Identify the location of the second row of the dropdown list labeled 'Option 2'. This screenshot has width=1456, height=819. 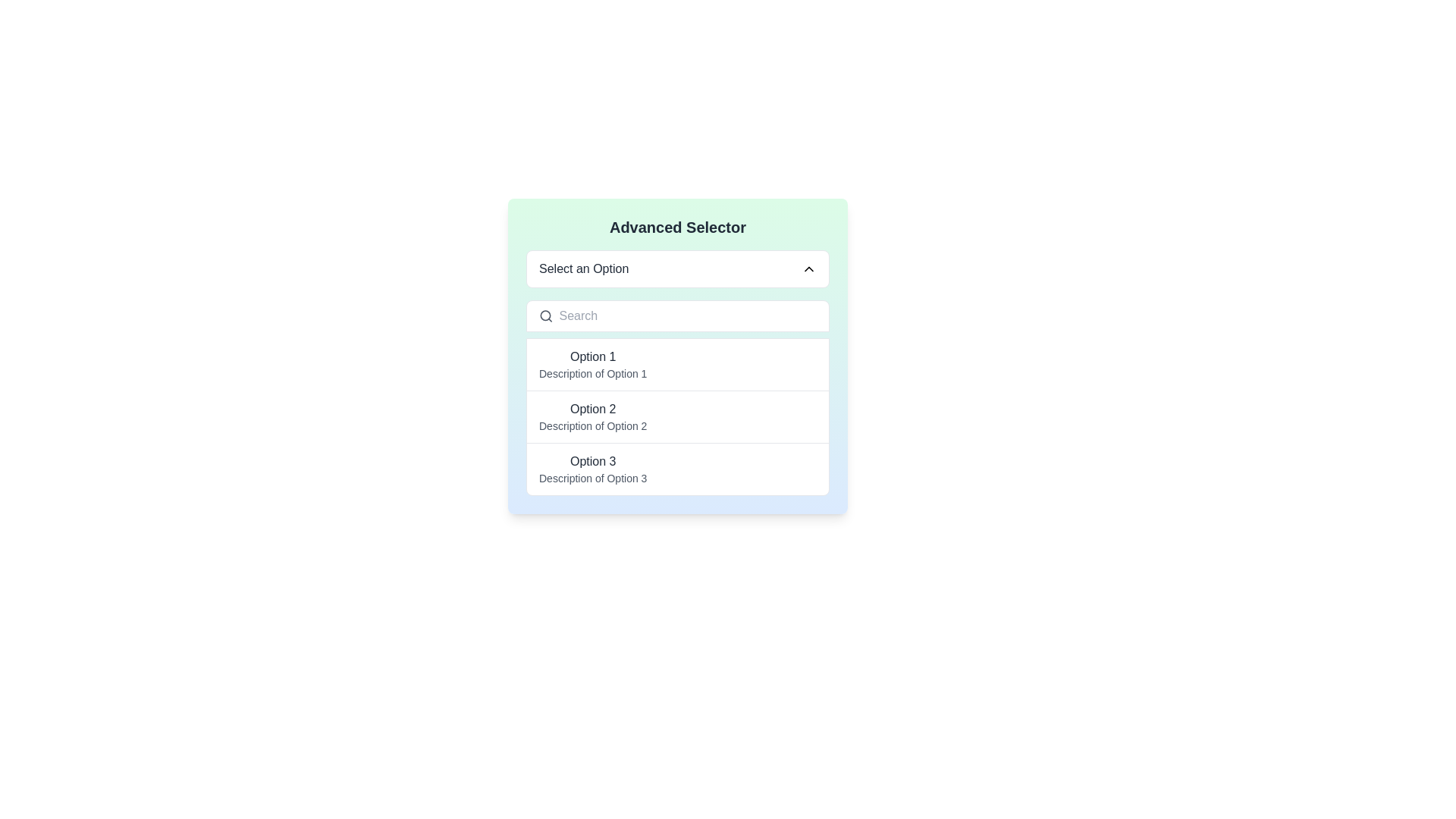
(676, 416).